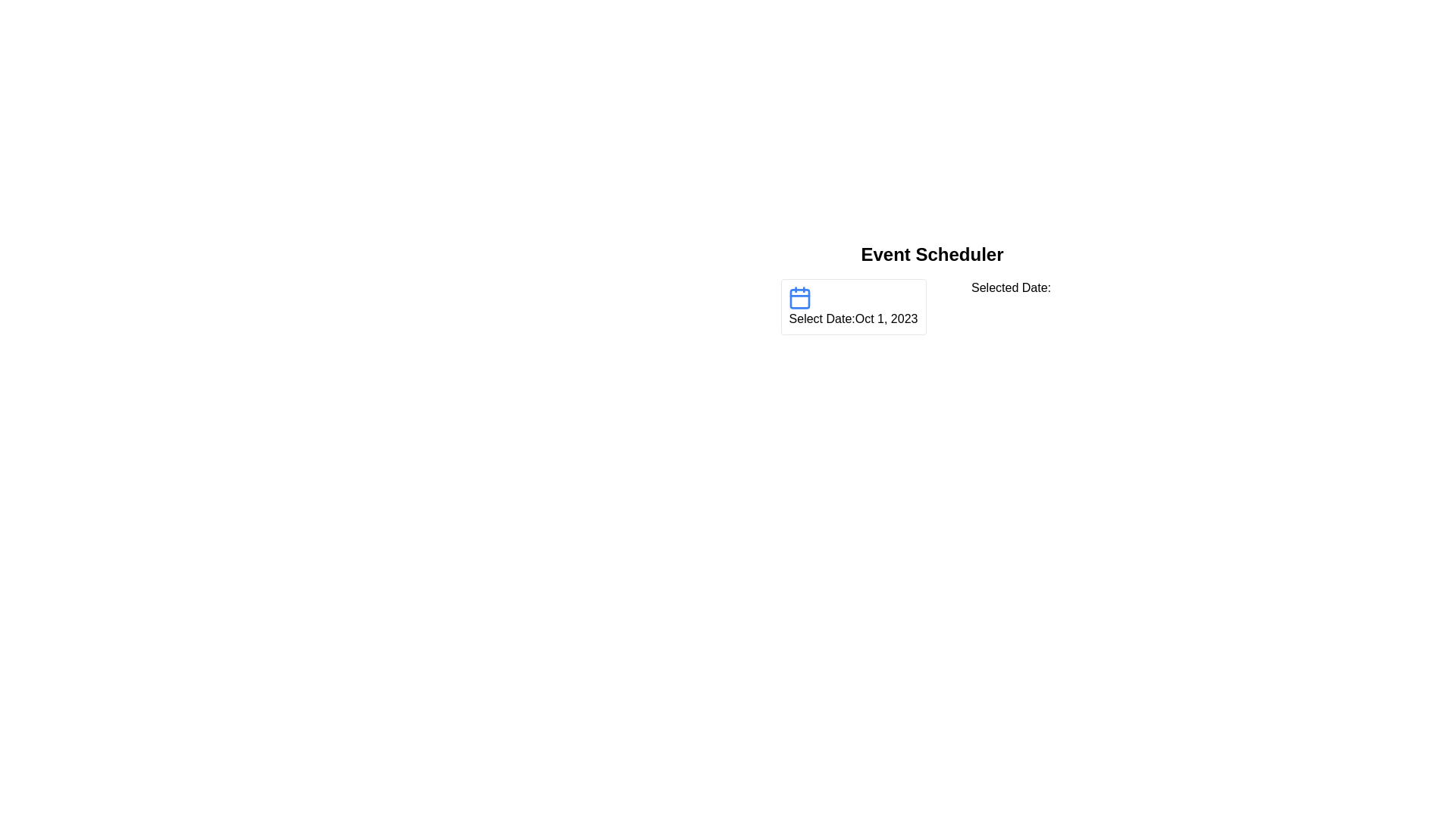  What do you see at coordinates (799, 299) in the screenshot?
I see `the rectangle with rounded corners that is part of the calendar icon, which is white with a blue border` at bounding box center [799, 299].